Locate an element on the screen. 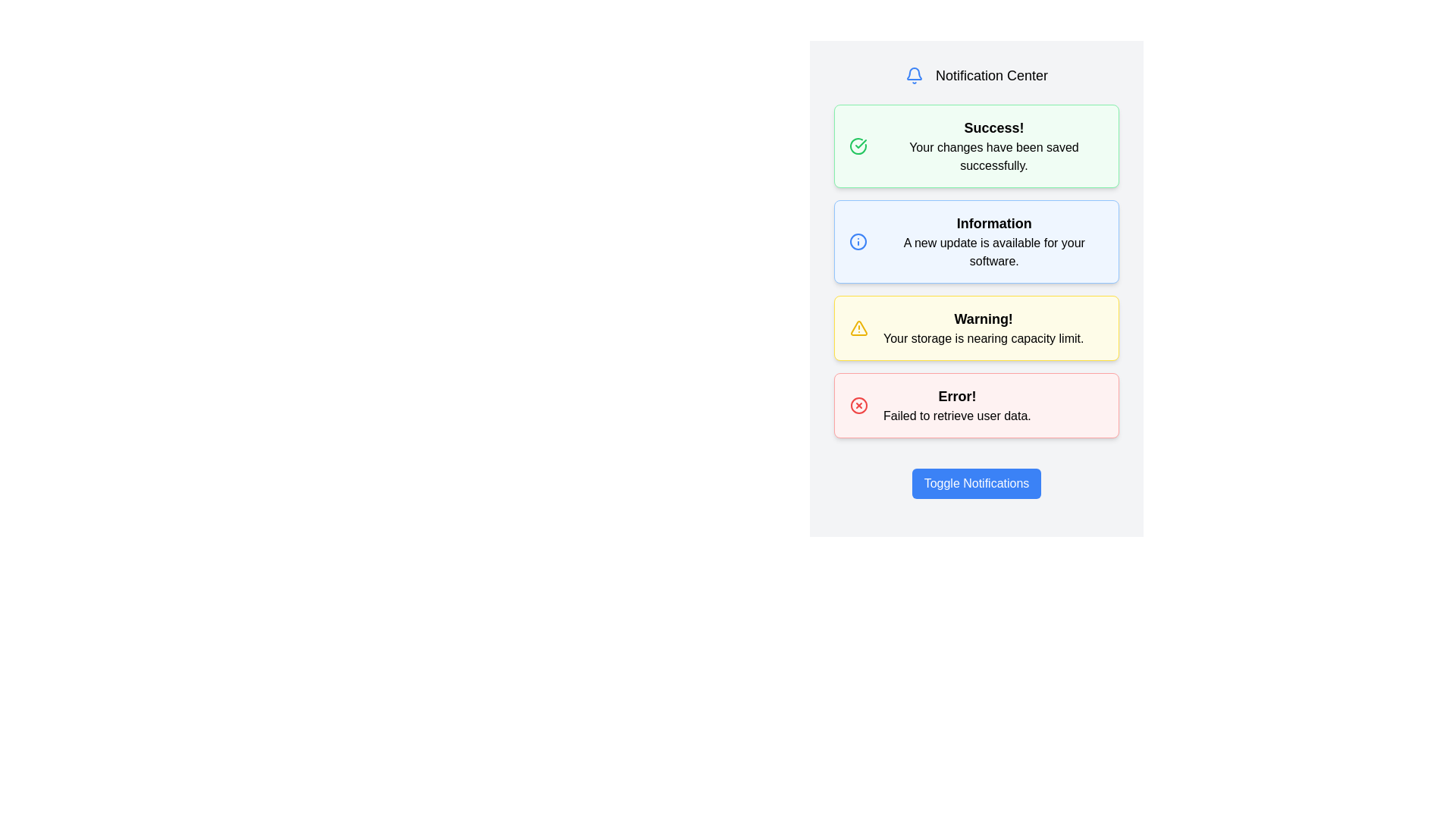  the triangular warning icon with a yellow border and an exclamation mark in its center, located within the third notification card labeled 'Warning! Your storage is nearing capacity limit.' is located at coordinates (858, 327).